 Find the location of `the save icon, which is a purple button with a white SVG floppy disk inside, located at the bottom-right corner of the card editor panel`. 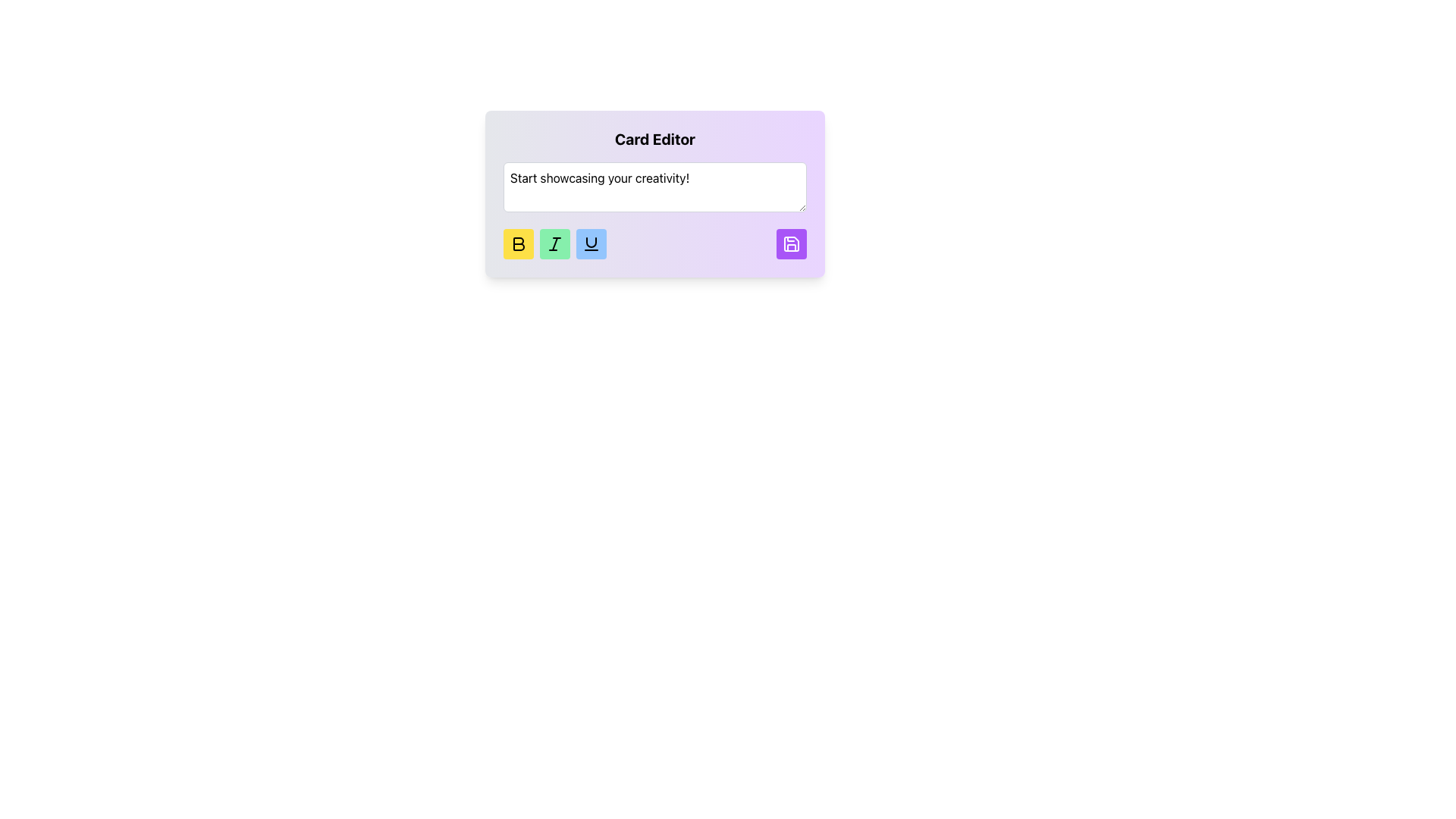

the save icon, which is a purple button with a white SVG floppy disk inside, located at the bottom-right corner of the card editor panel is located at coordinates (790, 243).